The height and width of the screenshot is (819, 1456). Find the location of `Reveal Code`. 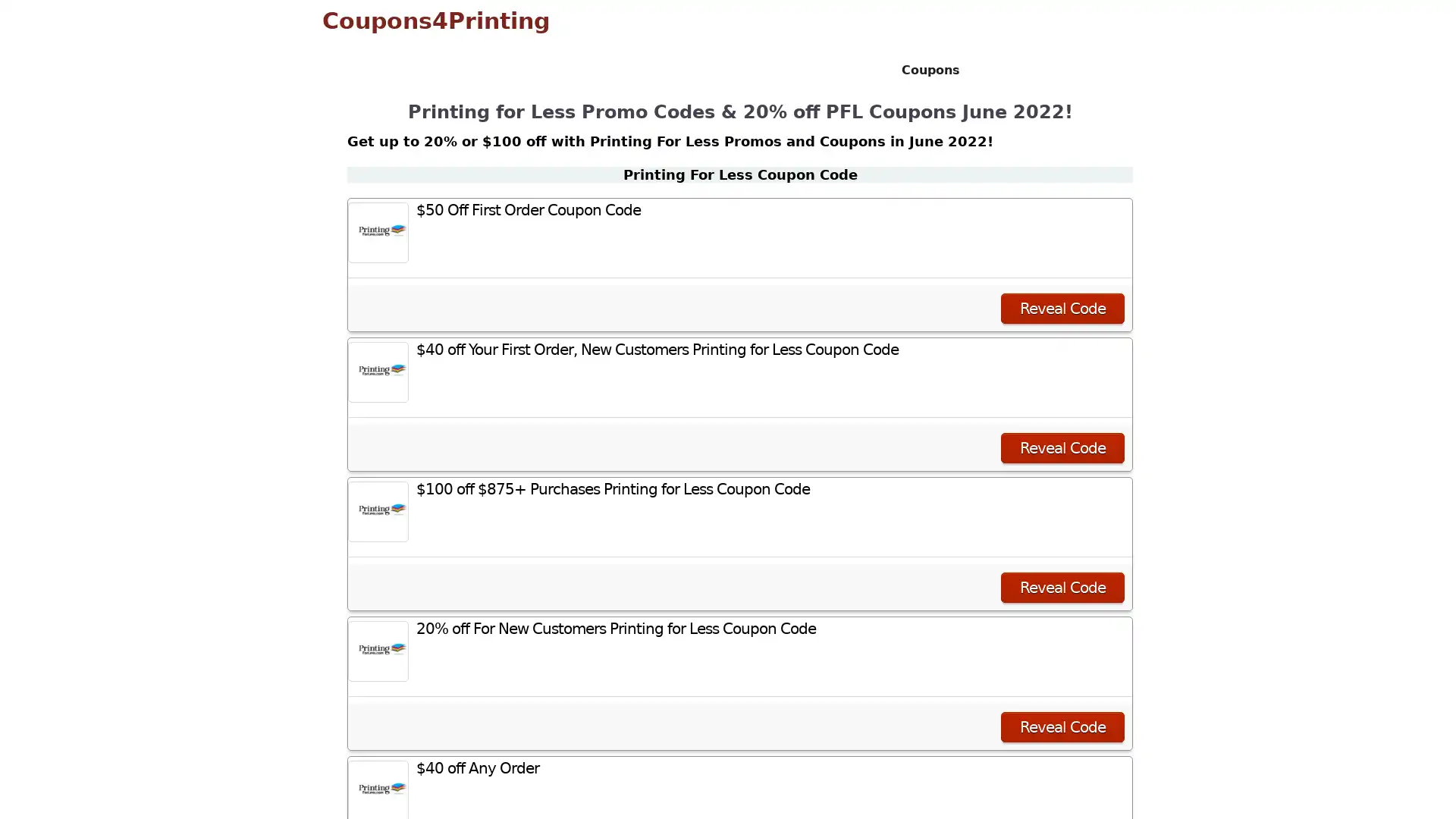

Reveal Code is located at coordinates (1062, 308).